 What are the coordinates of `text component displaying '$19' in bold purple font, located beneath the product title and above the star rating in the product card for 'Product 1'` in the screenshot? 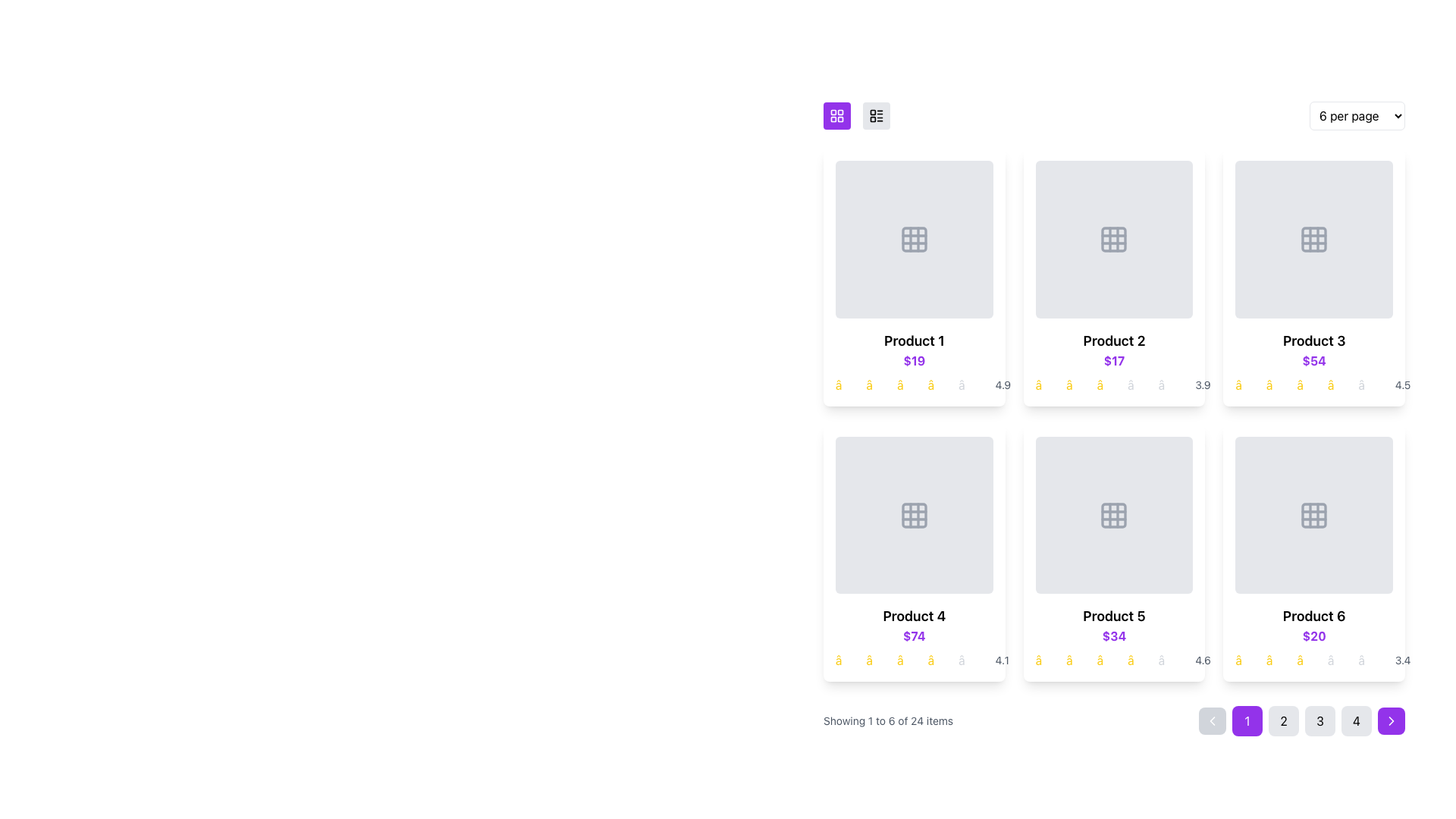 It's located at (913, 360).